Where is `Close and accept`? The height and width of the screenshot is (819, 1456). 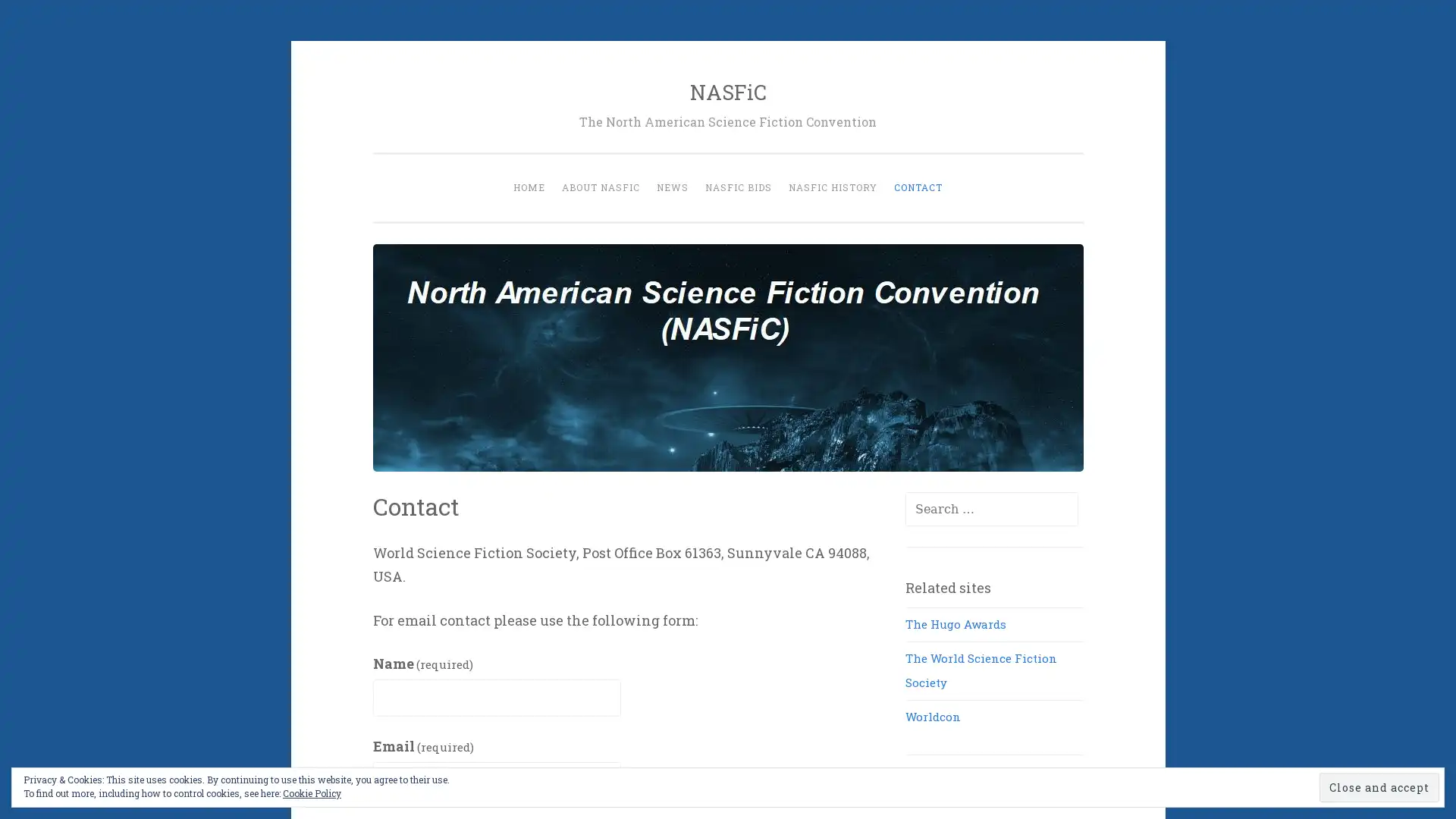 Close and accept is located at coordinates (1379, 786).